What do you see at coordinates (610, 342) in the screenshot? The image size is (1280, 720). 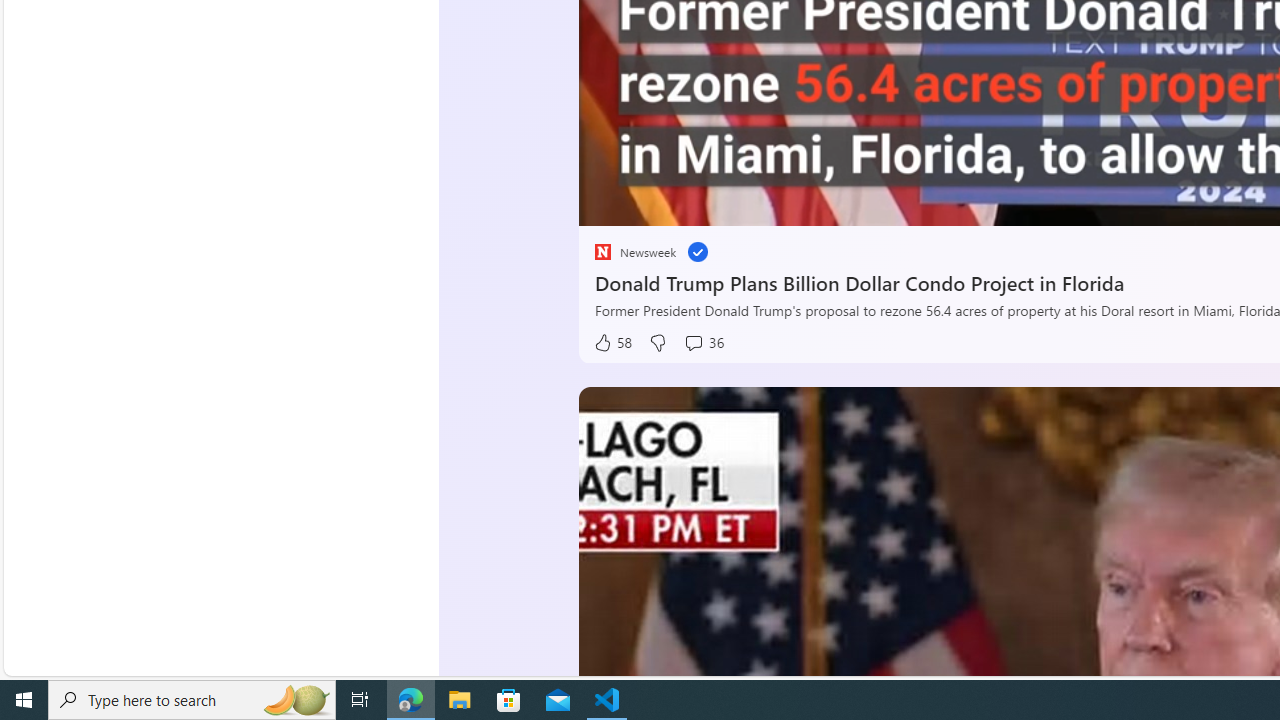 I see `'58 Like'` at bounding box center [610, 342].